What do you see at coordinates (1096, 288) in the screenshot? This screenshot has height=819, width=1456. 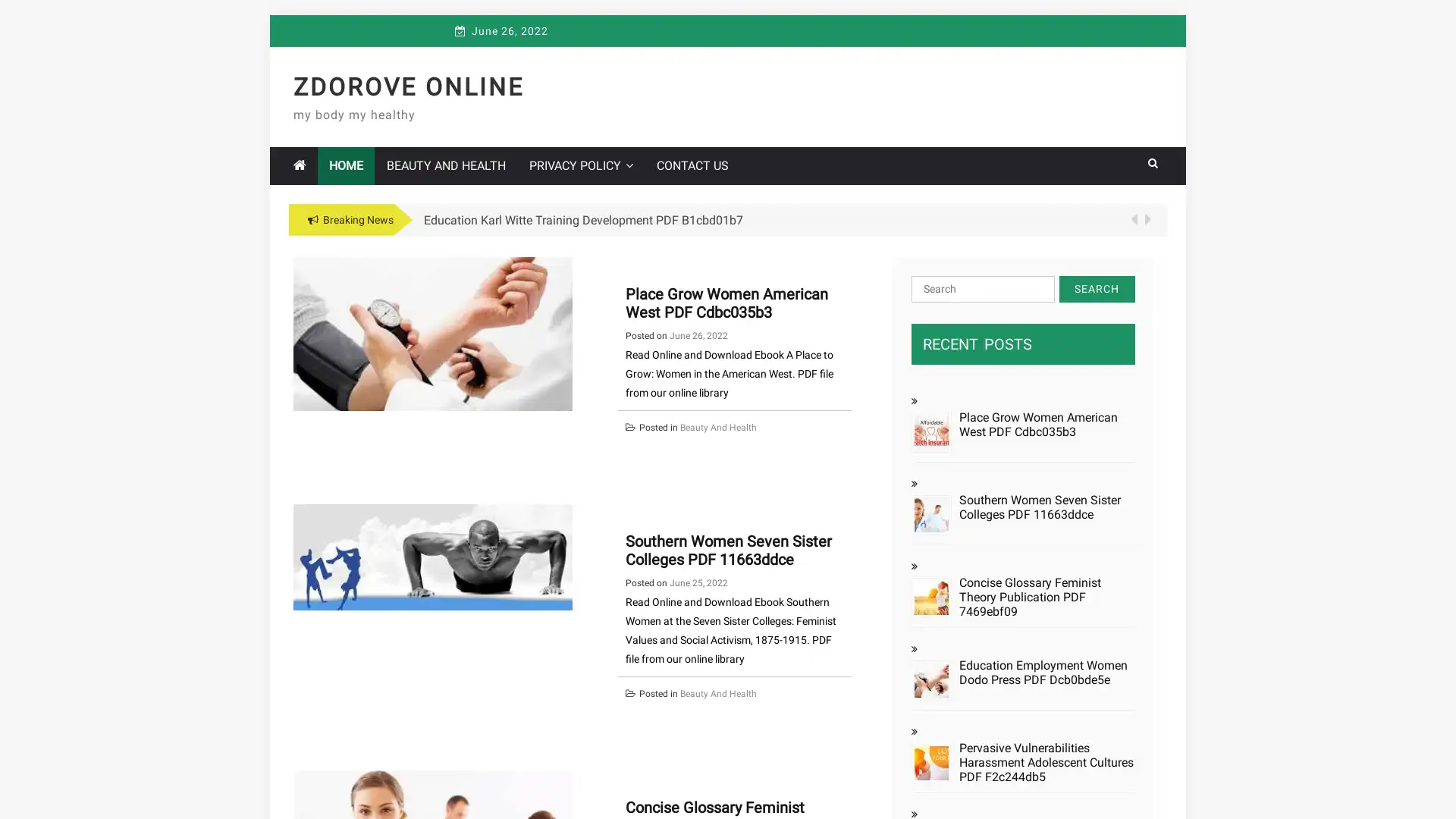 I see `Search` at bounding box center [1096, 288].